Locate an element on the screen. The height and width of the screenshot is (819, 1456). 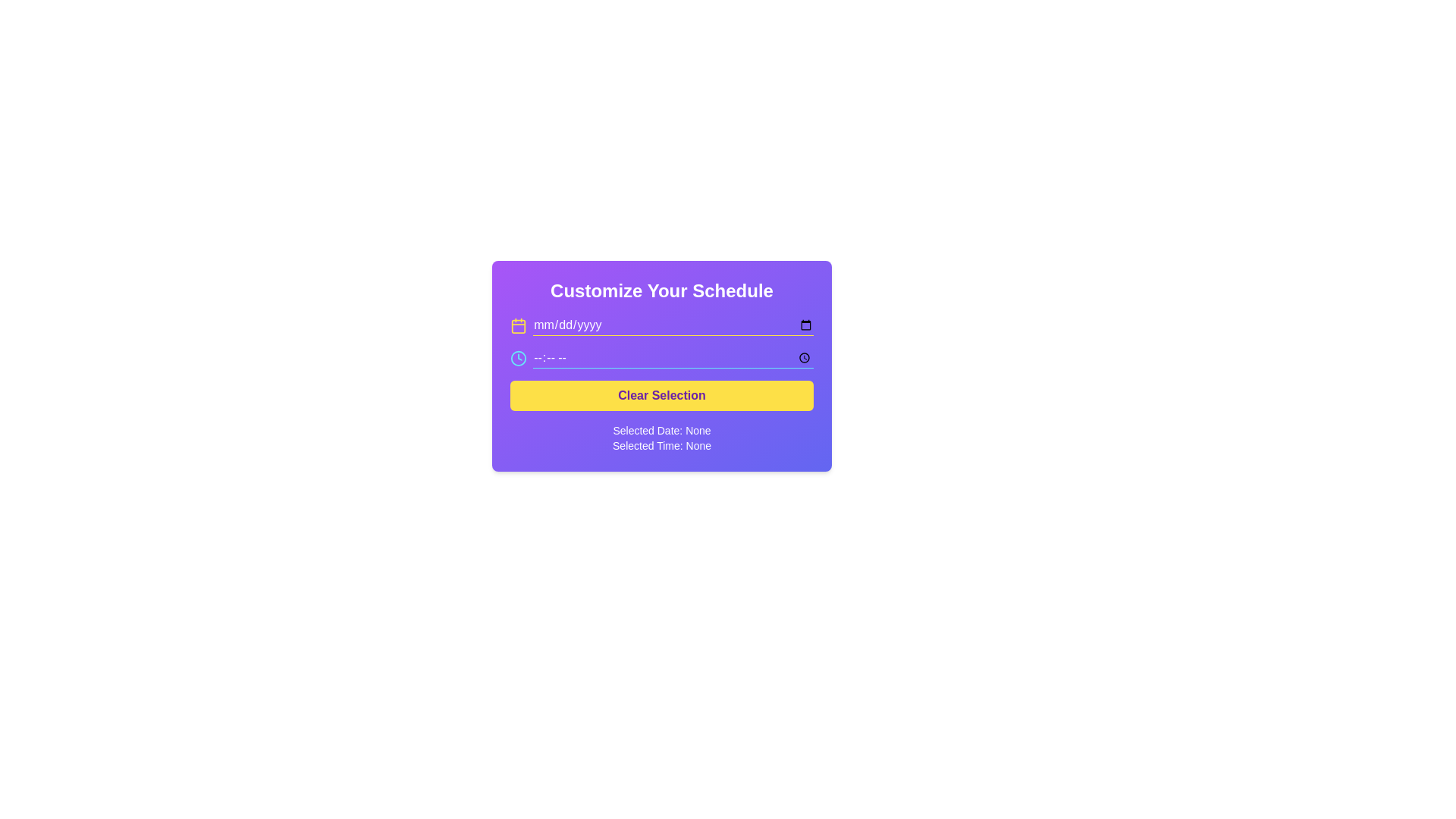
the Time input field, which is positioned below the date input field and above the 'Clear Selection' button is located at coordinates (662, 357).